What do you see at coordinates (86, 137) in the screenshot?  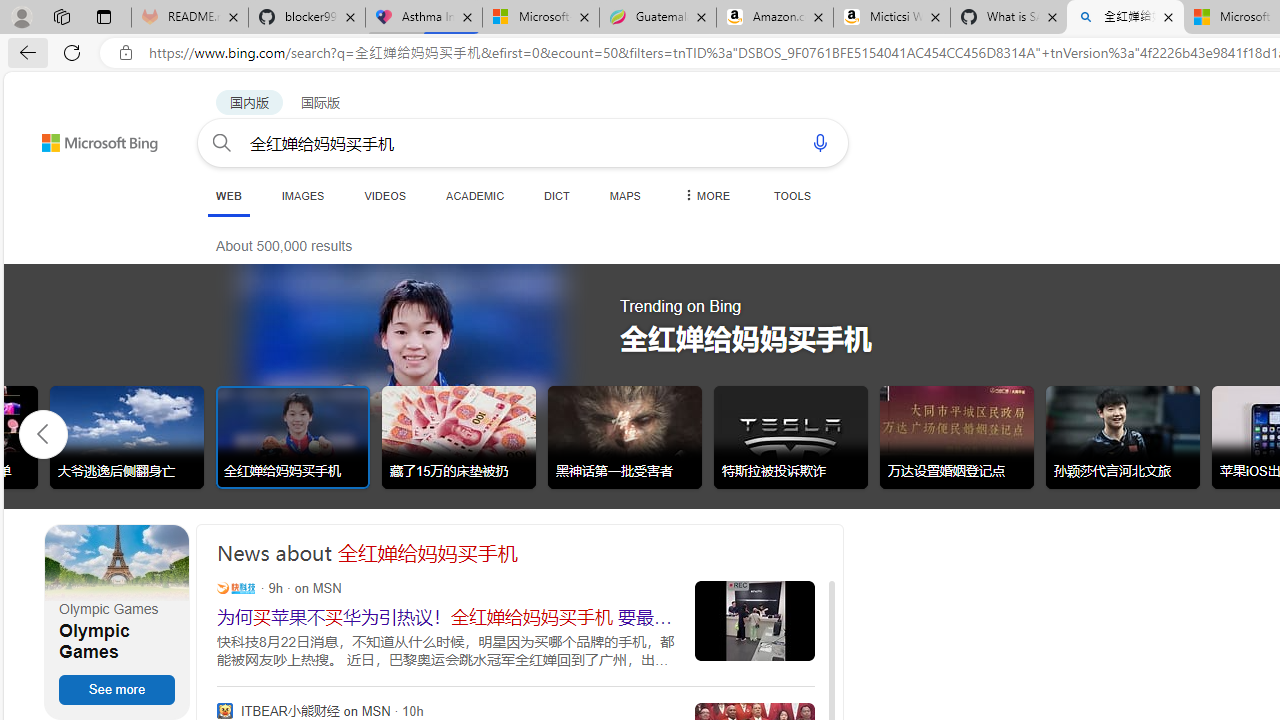 I see `'Back to Bing search'` at bounding box center [86, 137].